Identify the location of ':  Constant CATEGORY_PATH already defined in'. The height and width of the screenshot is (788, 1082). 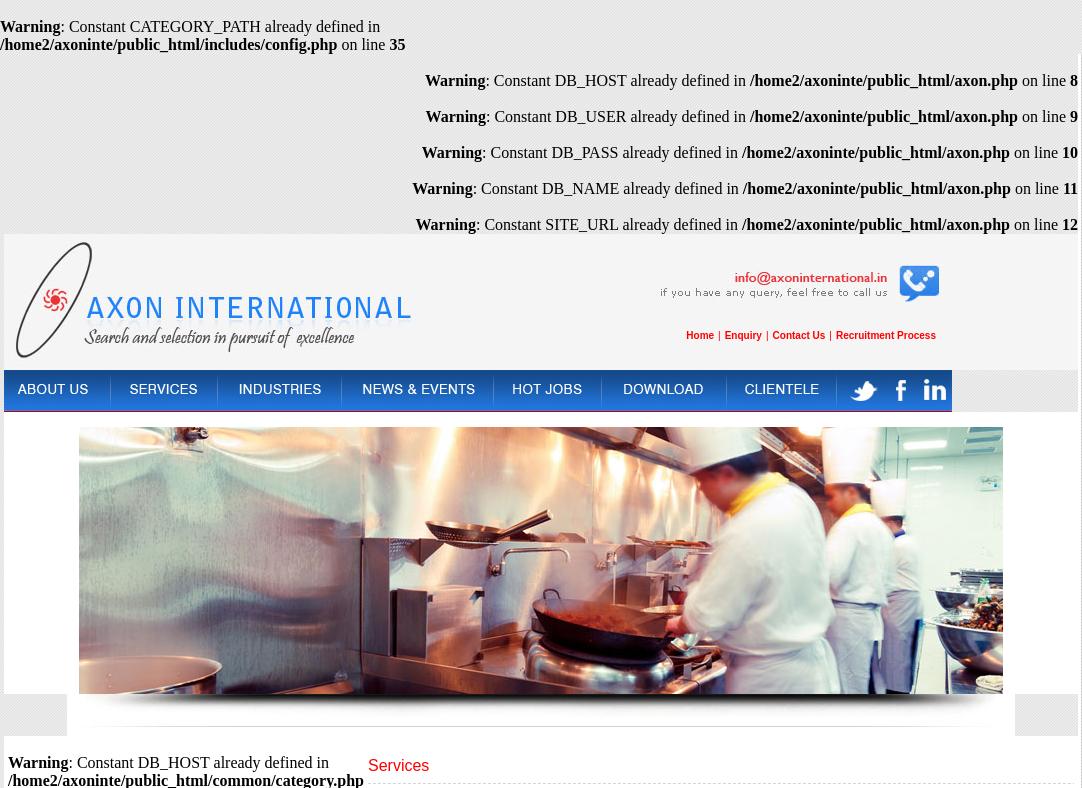
(219, 25).